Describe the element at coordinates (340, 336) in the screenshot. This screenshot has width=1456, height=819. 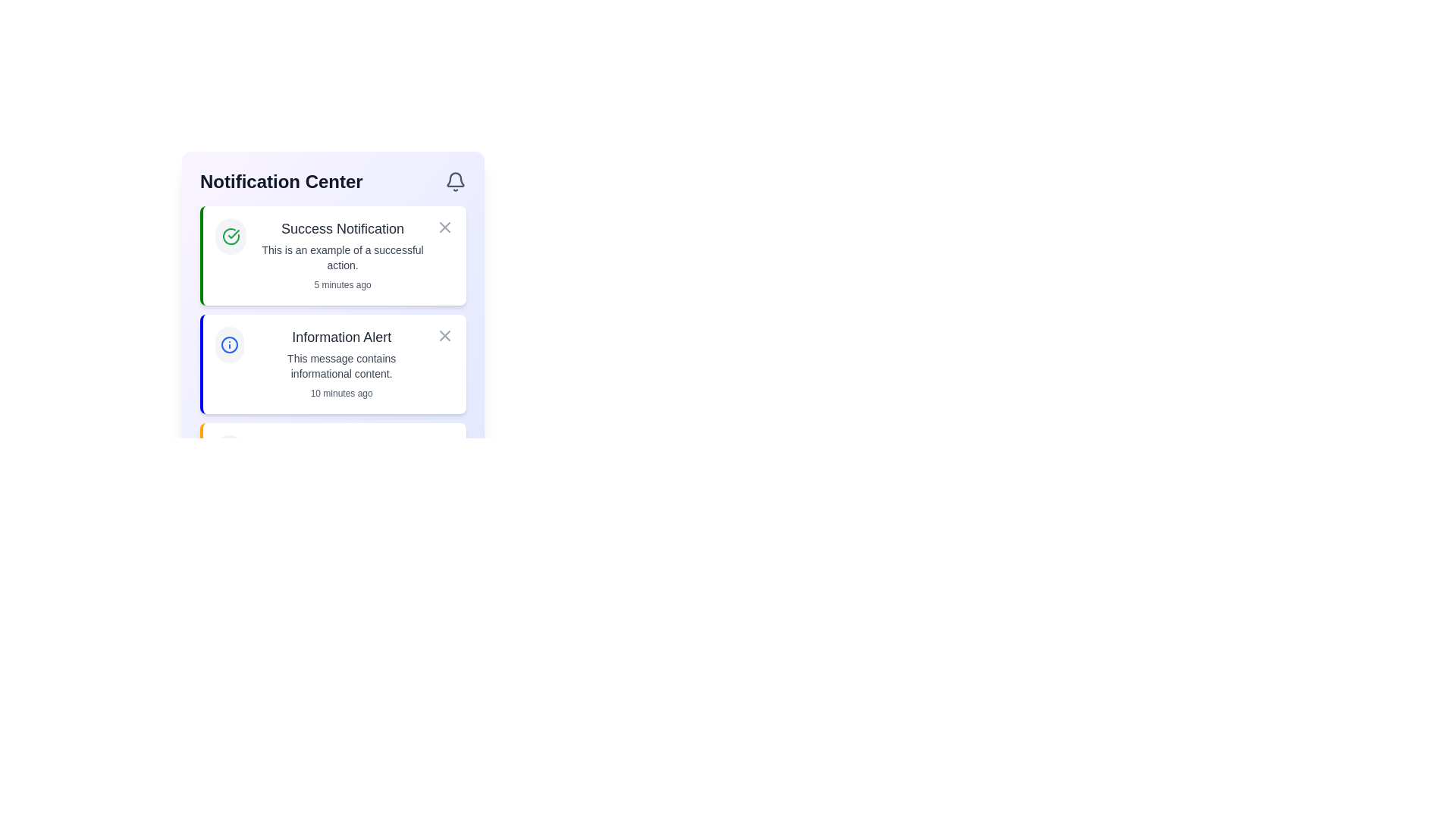
I see `the text label displaying 'Information Alert' in bold font within the notification area beneath 'Notification Center'` at that location.